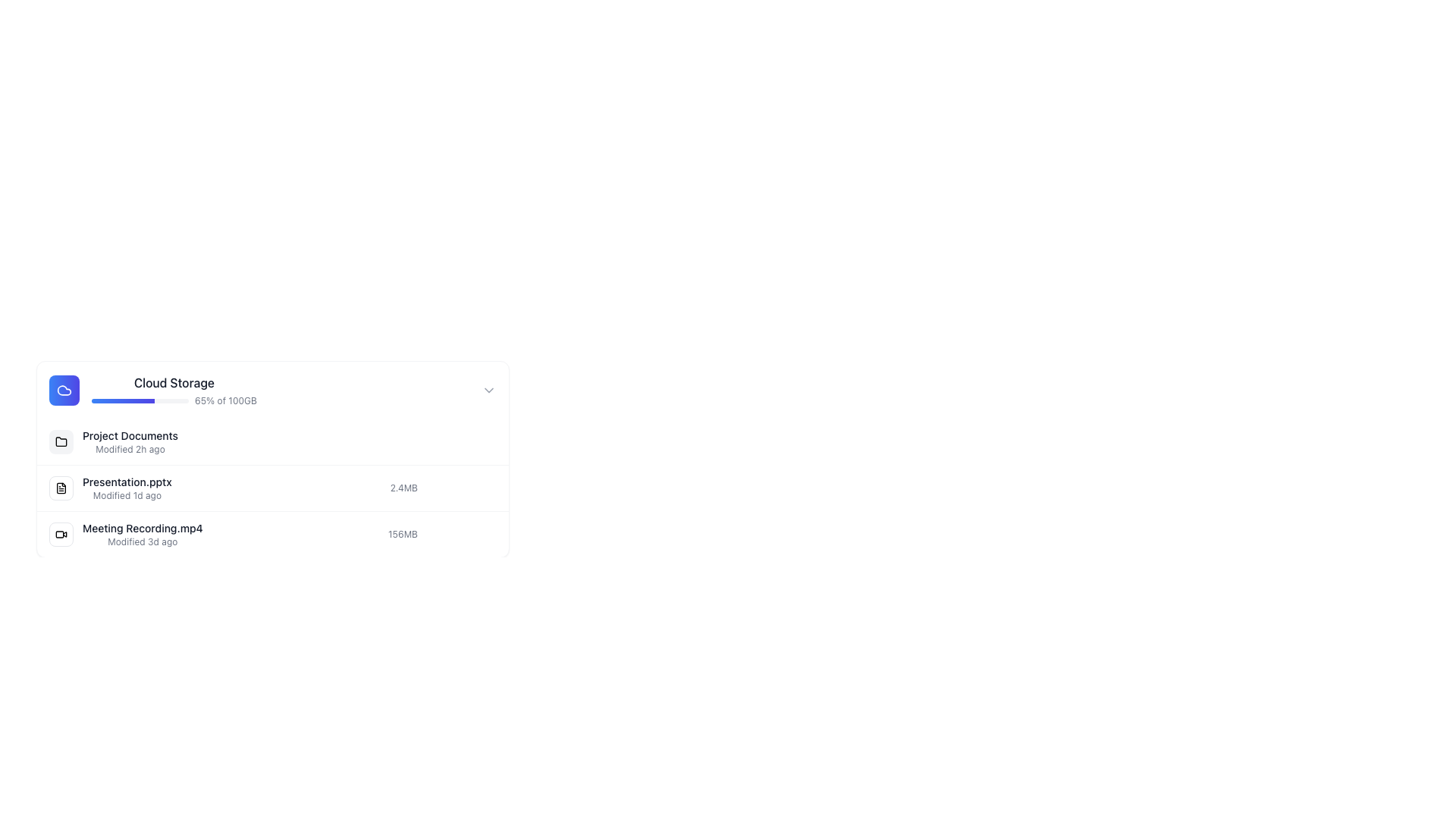  I want to click on the storage progress bar, so click(92, 400).